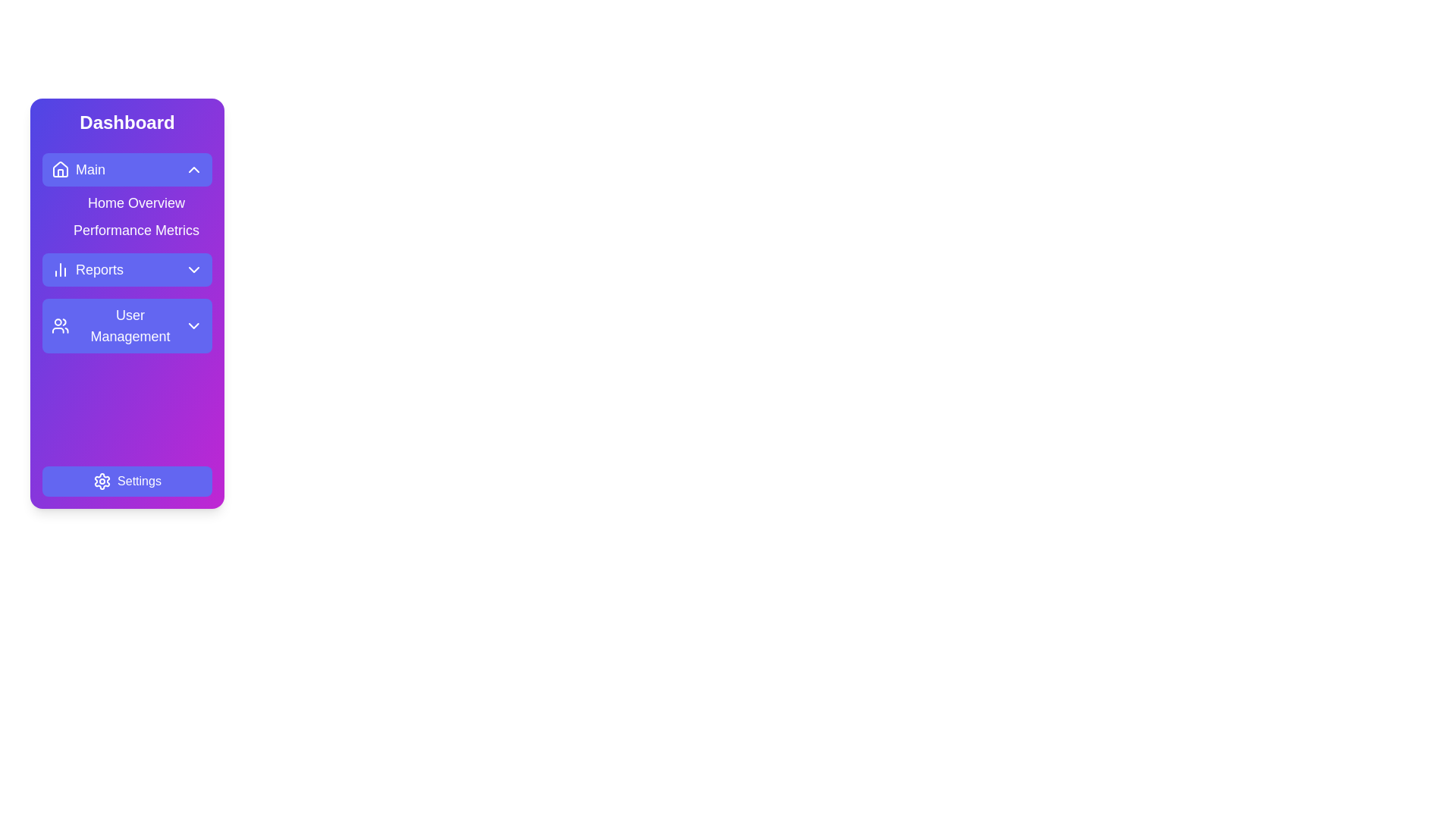 This screenshot has width=1456, height=819. I want to click on the 'User Management' button with a purple gradient background located, so click(127, 325).